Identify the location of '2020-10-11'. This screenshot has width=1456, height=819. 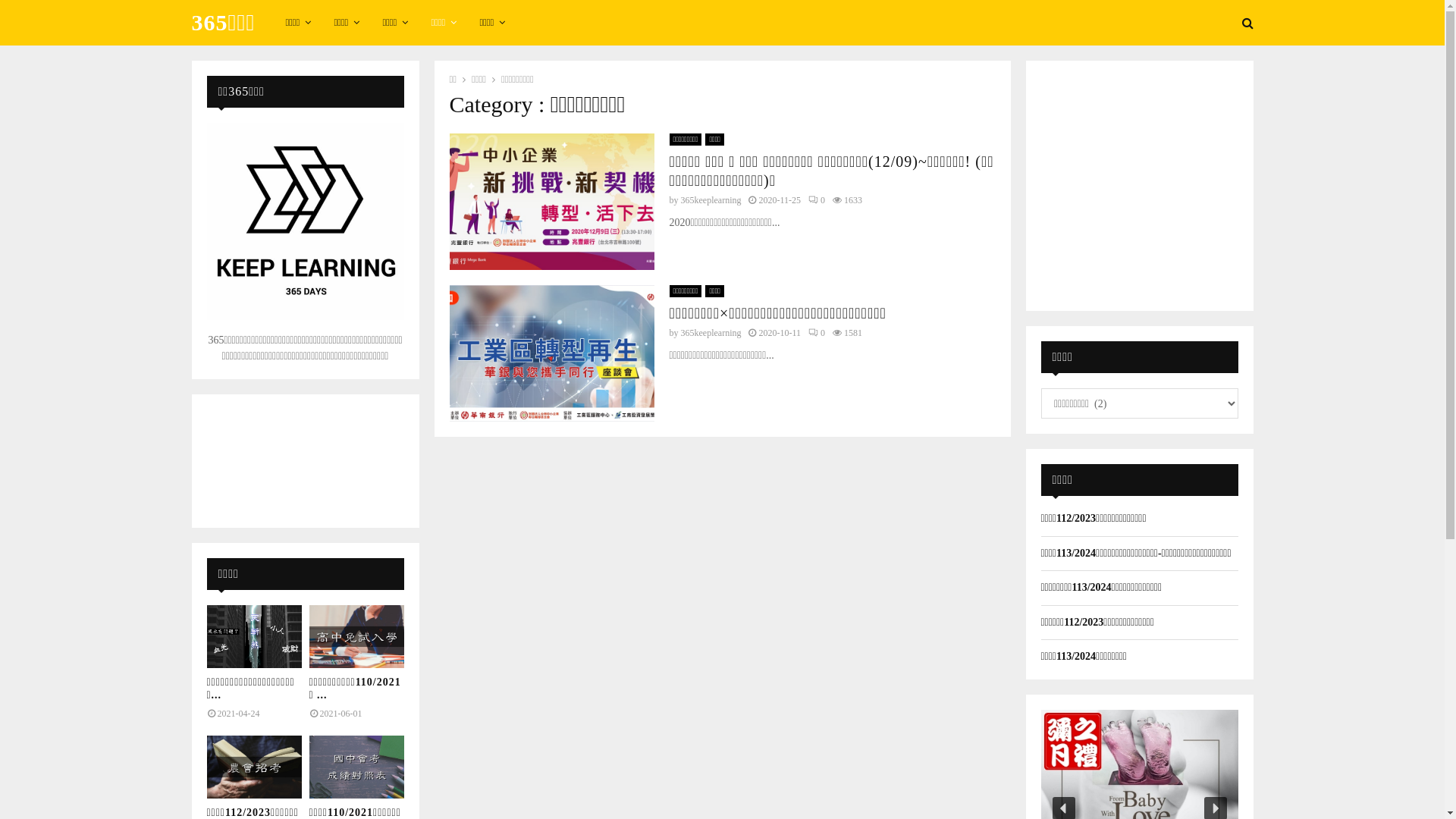
(779, 332).